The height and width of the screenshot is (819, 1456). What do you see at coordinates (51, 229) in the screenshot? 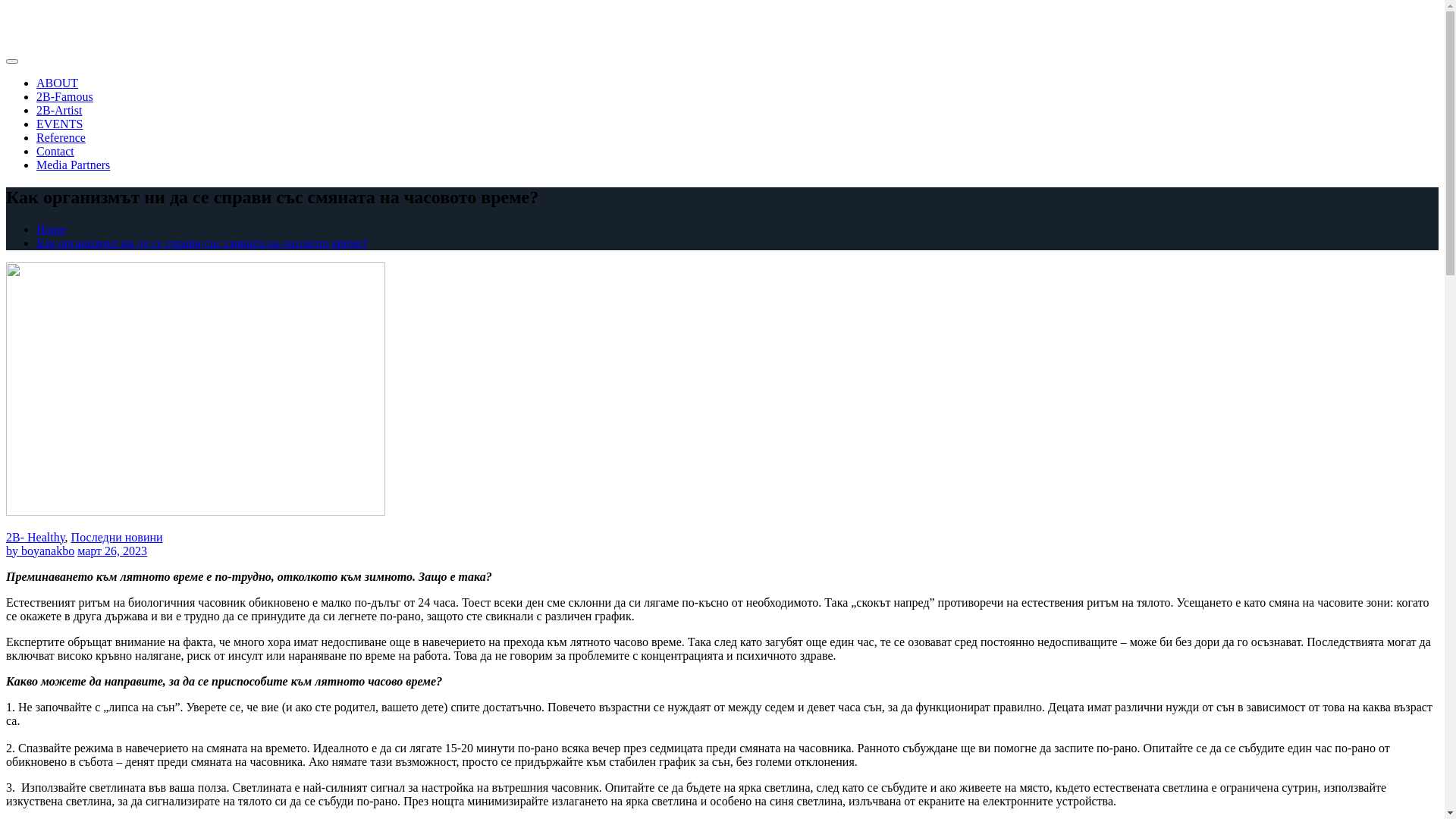
I see `'Home'` at bounding box center [51, 229].